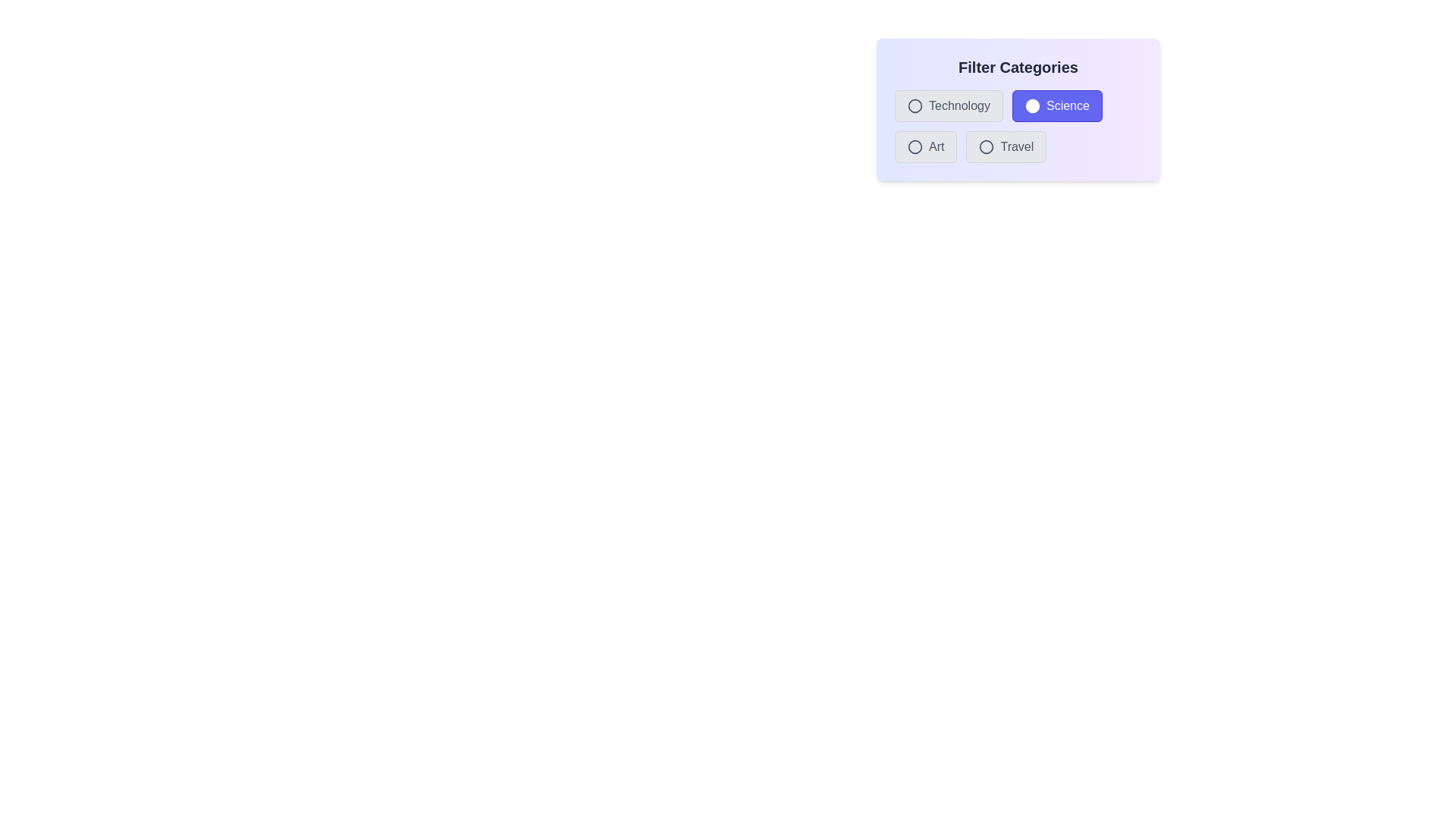 The height and width of the screenshot is (819, 1456). What do you see at coordinates (1056, 105) in the screenshot?
I see `the category Science by clicking its corresponding button` at bounding box center [1056, 105].